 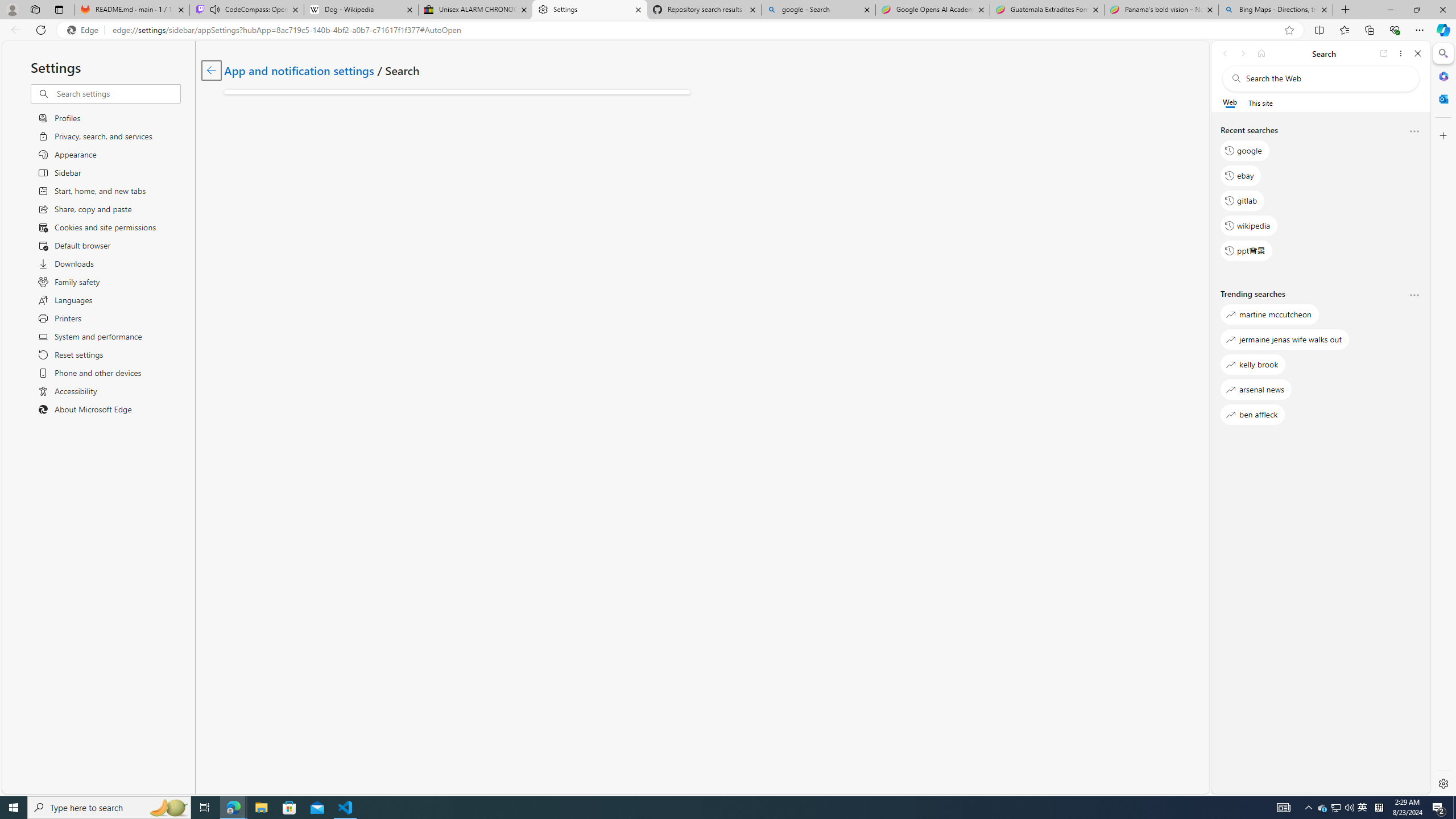 I want to click on 'Dog - Wikipedia', so click(x=360, y=9).